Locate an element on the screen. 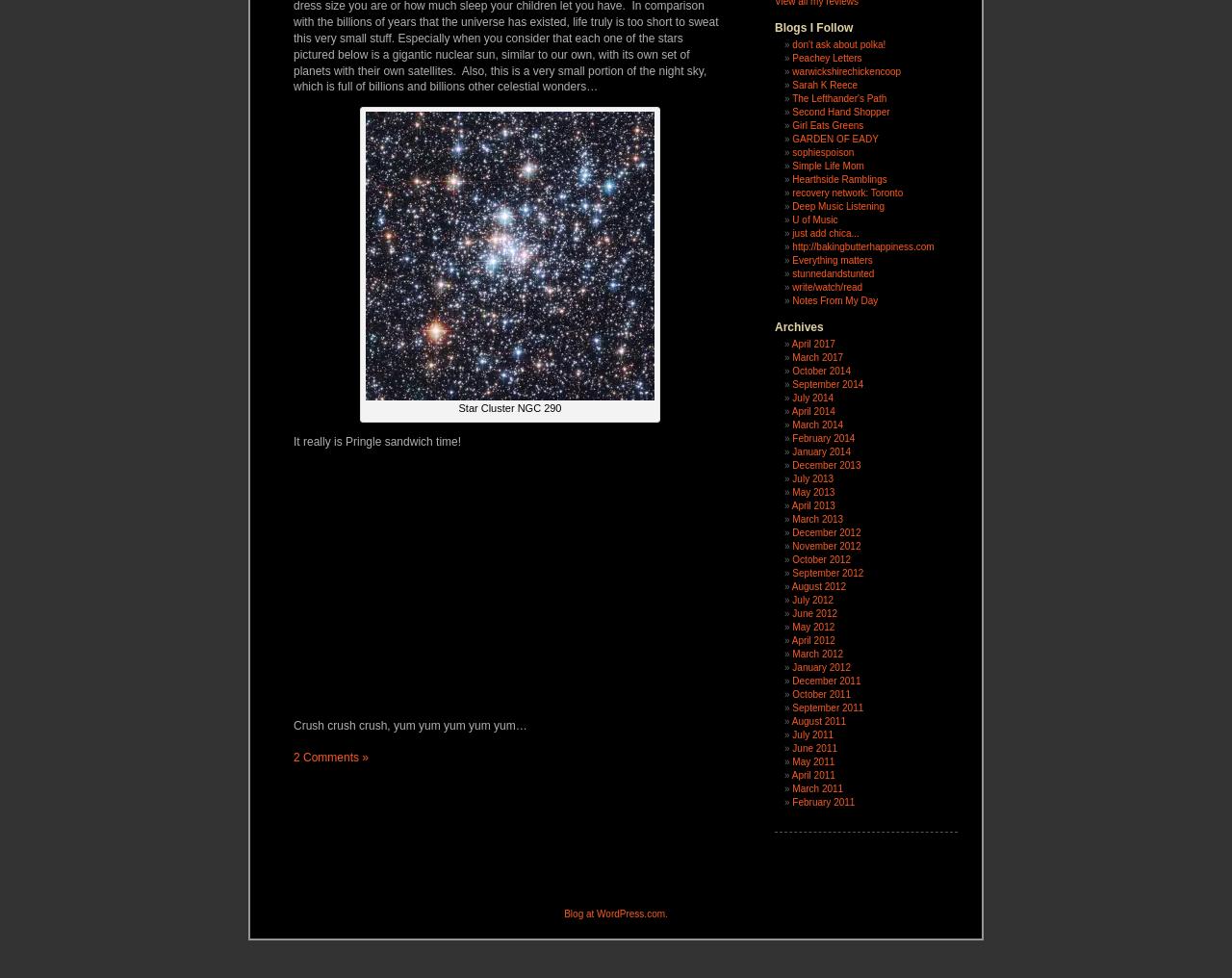  'April 2011' is located at coordinates (812, 774).